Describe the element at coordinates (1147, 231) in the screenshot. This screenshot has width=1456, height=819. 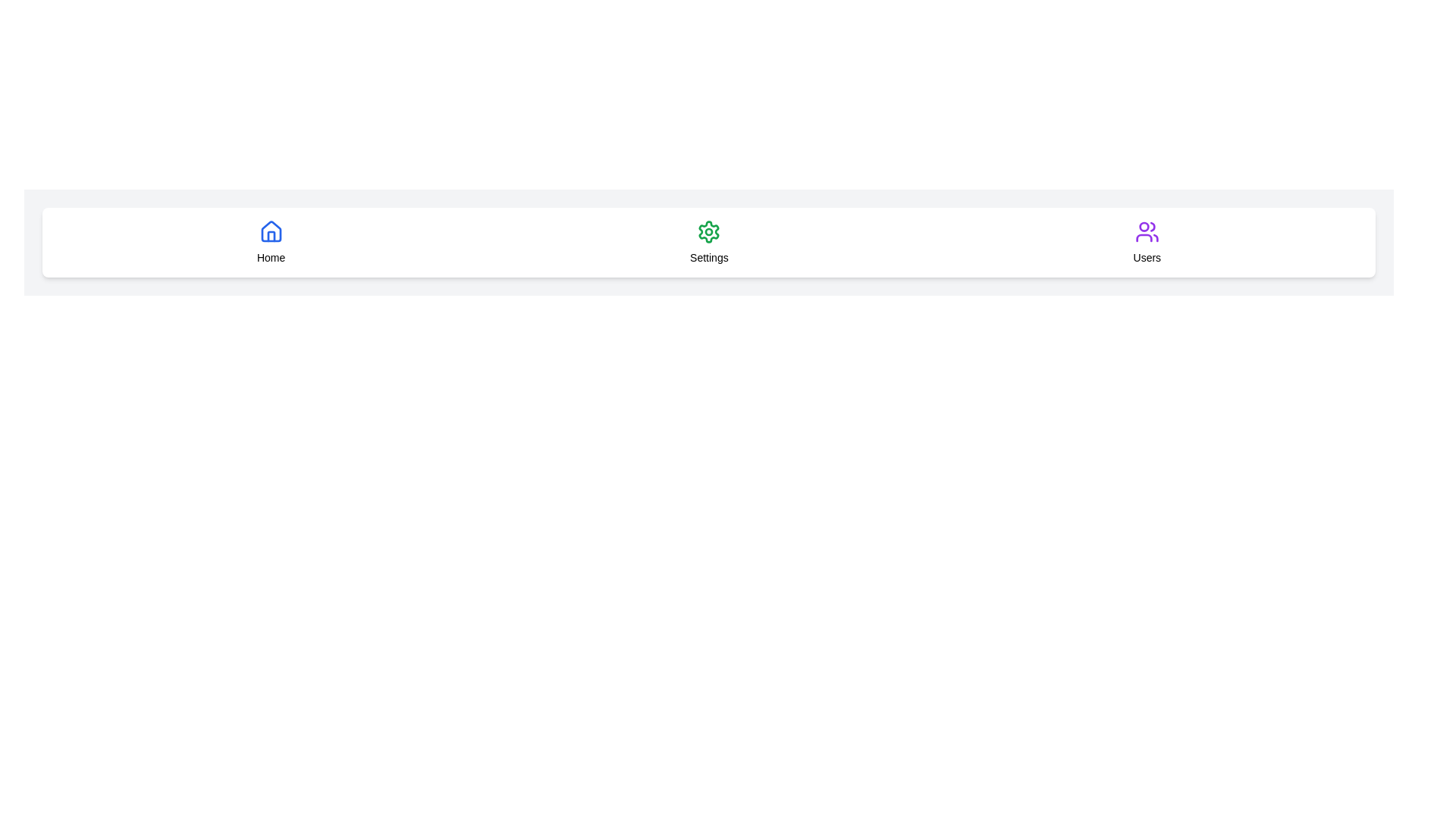
I see `the central icon in the 'Users' section` at that location.